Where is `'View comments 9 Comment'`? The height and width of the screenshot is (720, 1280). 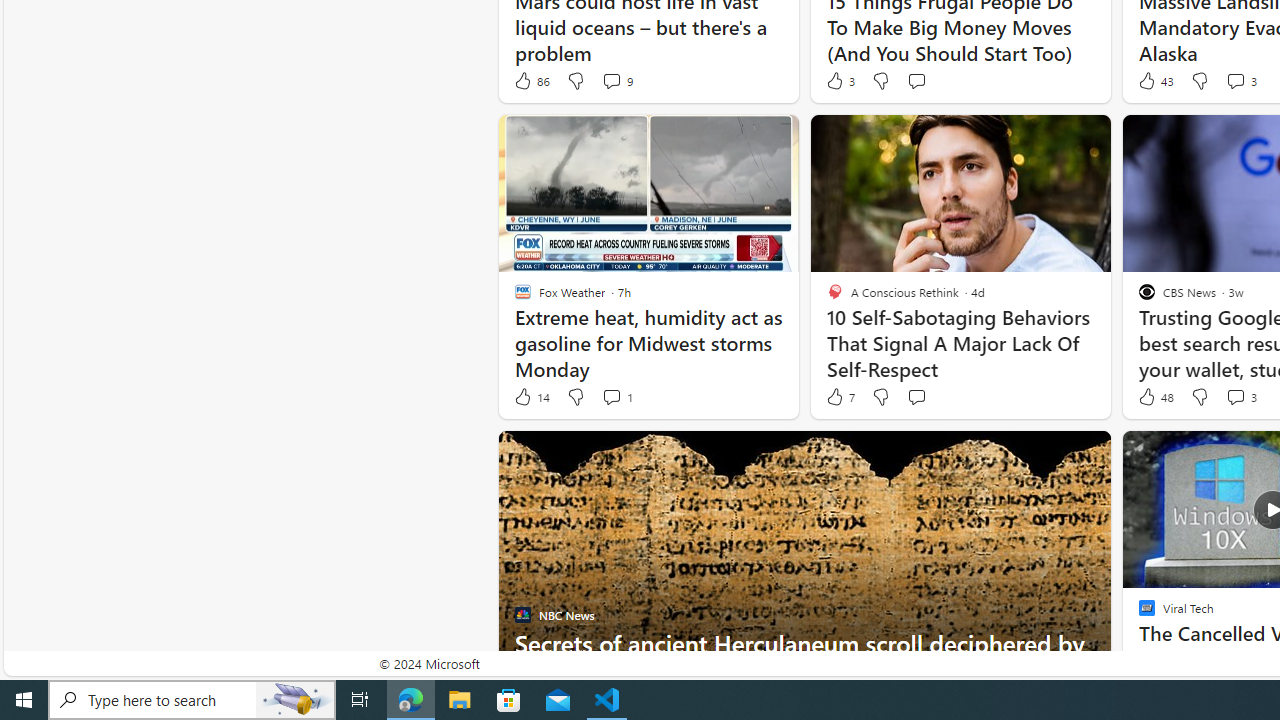
'View comments 9 Comment' is located at coordinates (615, 80).